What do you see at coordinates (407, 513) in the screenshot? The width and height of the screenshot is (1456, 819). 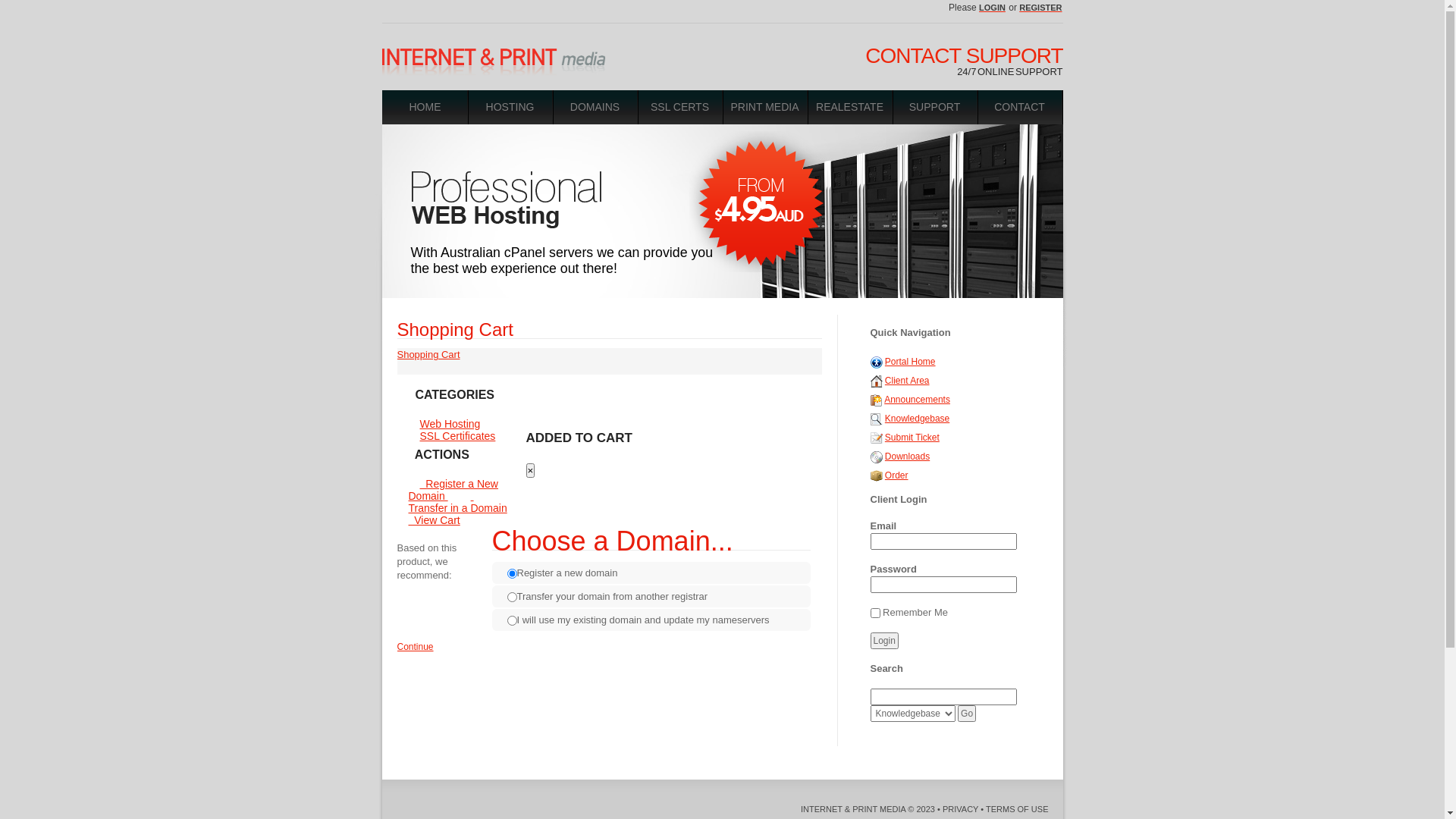 I see `'  View Cart'` at bounding box center [407, 513].